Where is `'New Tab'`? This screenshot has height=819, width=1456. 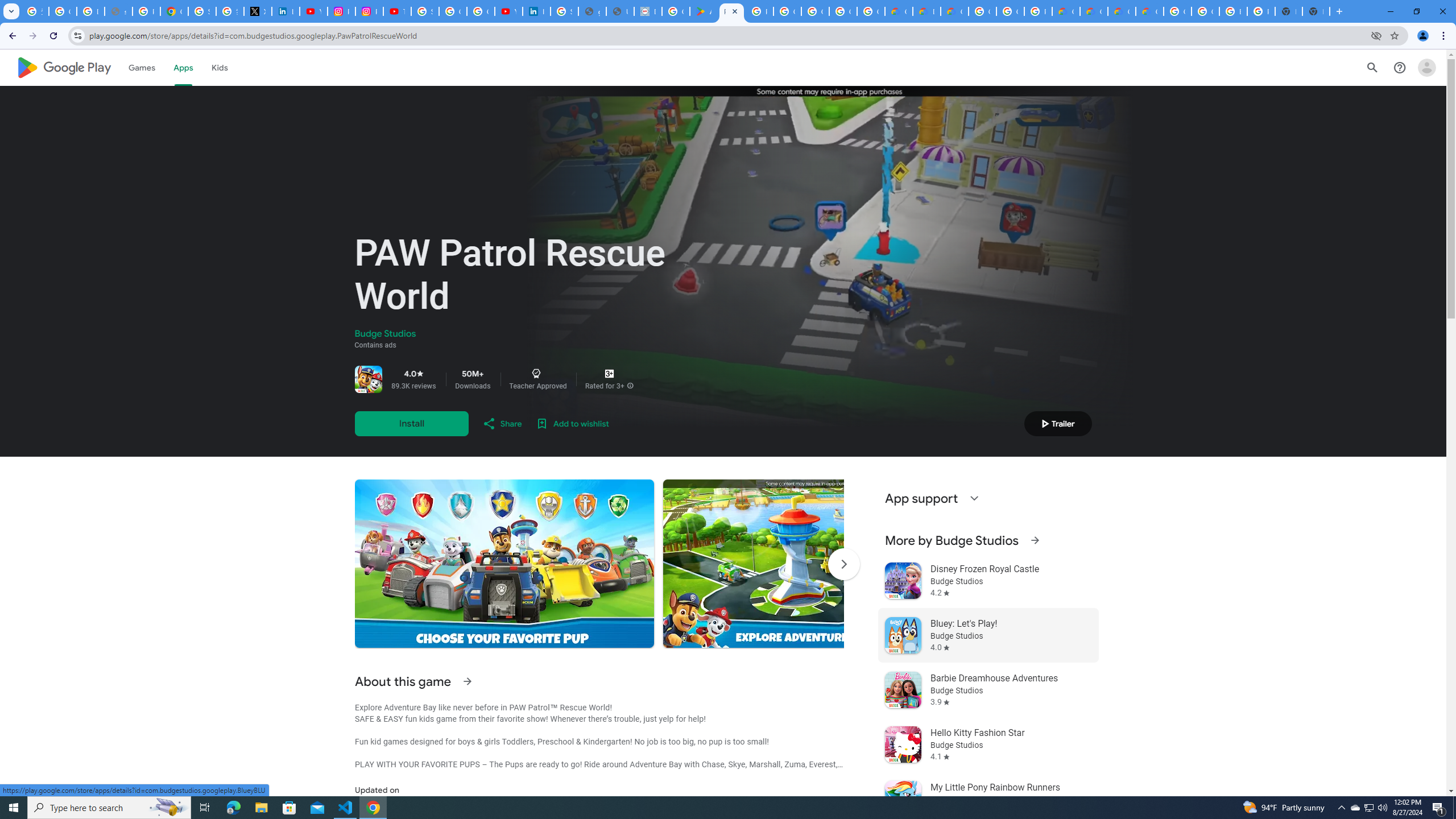
'New Tab' is located at coordinates (1316, 11).